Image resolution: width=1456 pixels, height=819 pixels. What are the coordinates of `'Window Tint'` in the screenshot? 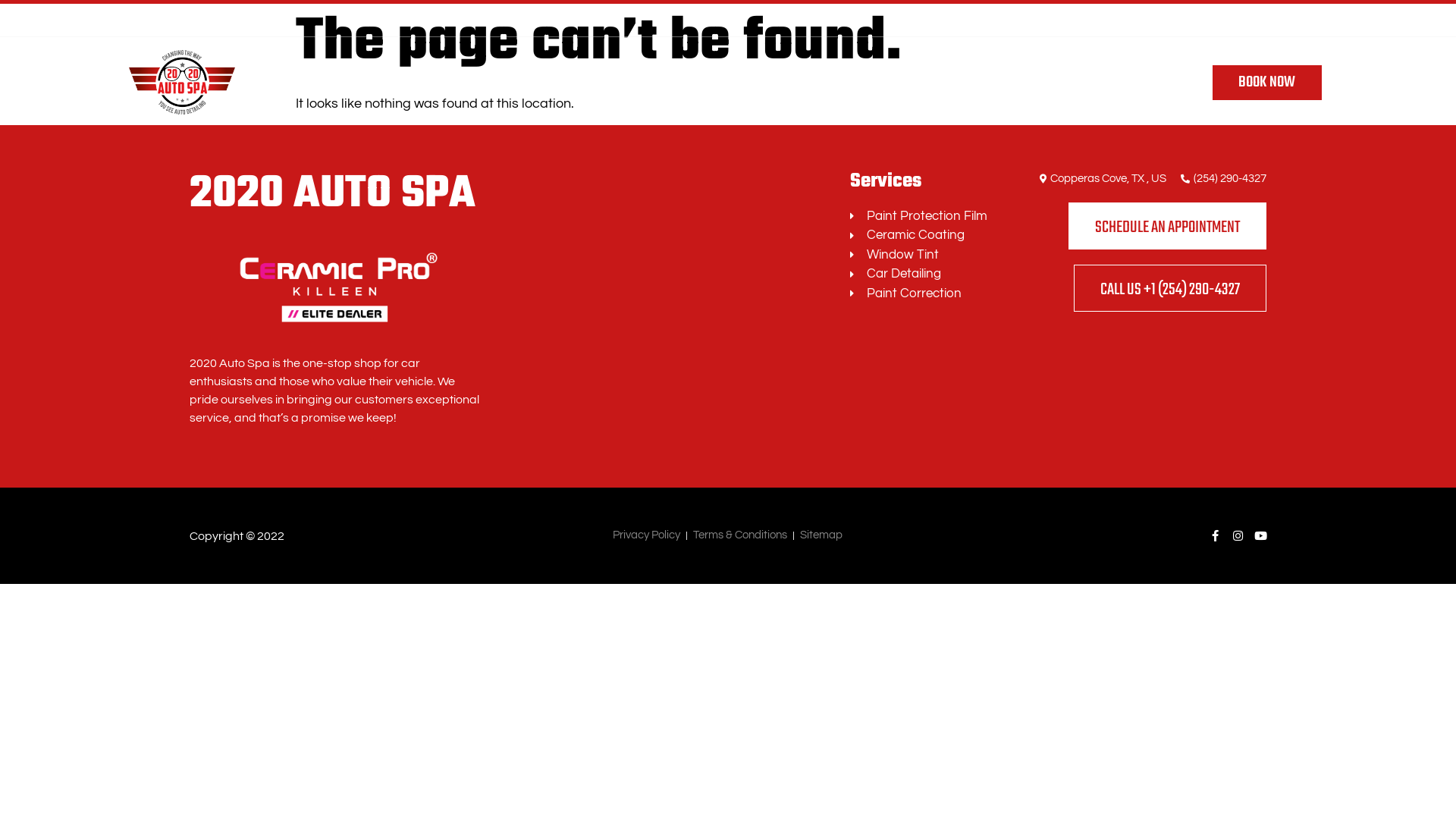 It's located at (924, 254).